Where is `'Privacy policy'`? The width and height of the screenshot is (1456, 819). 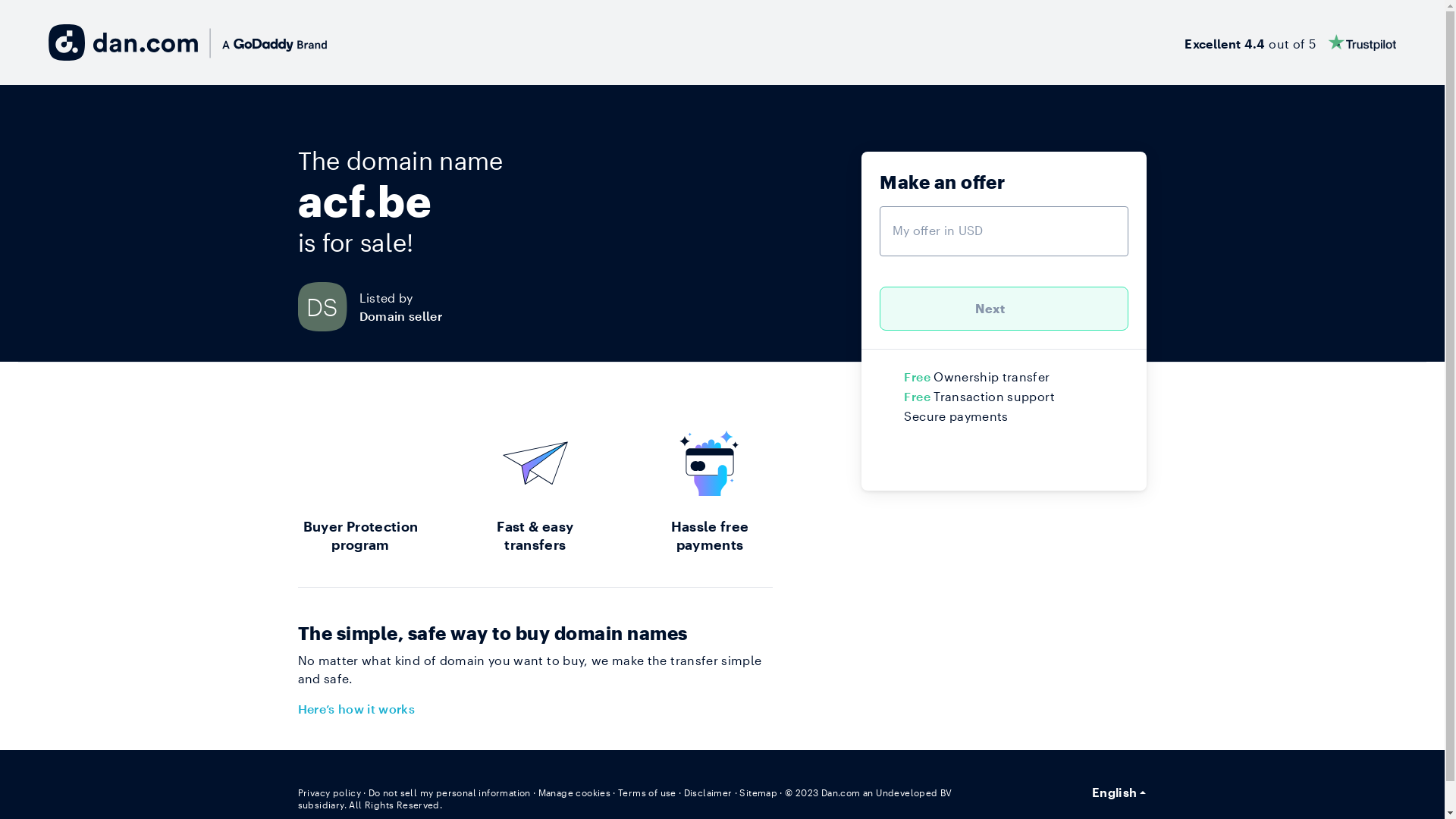 'Privacy policy' is located at coordinates (328, 792).